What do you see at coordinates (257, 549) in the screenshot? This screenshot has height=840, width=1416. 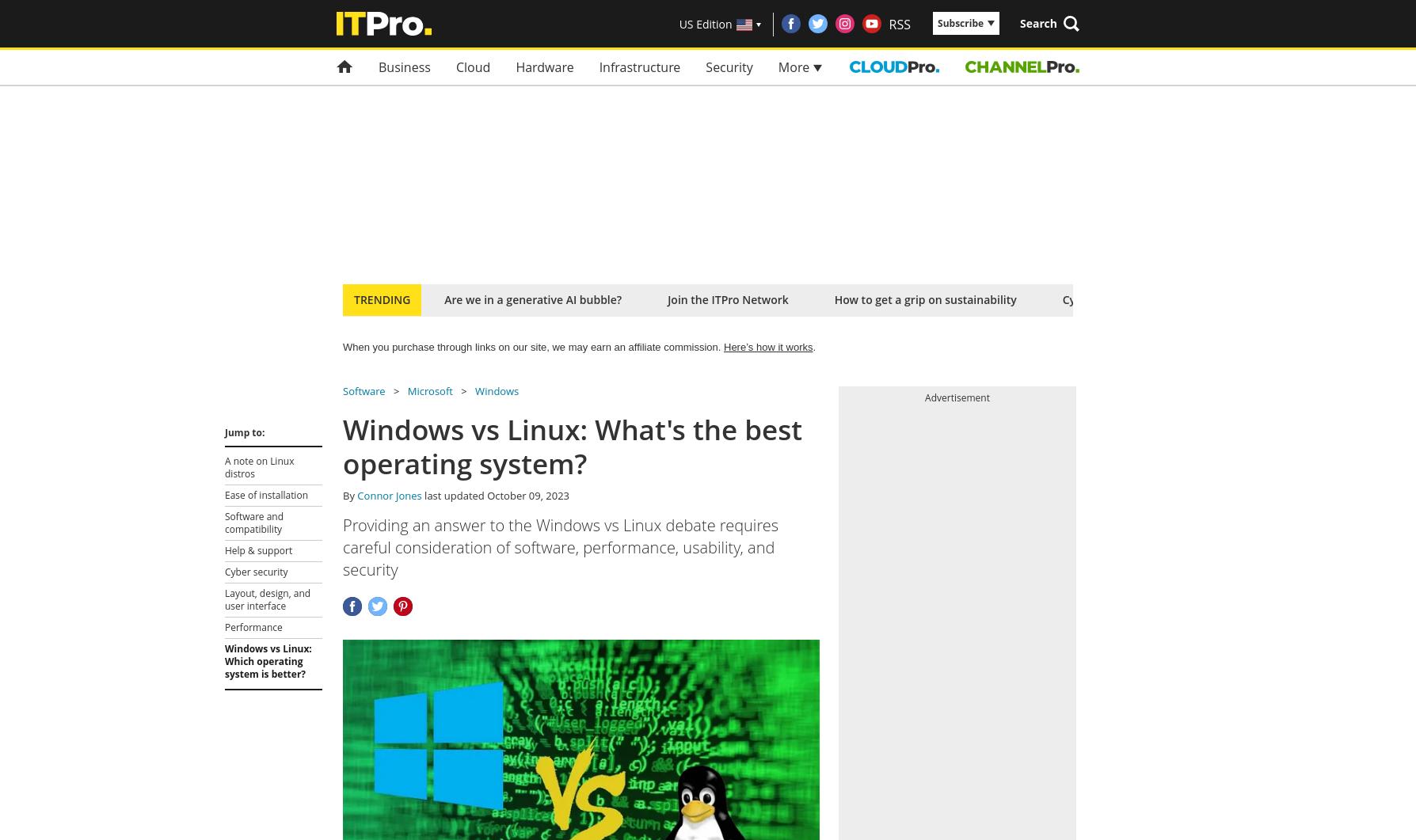 I see `'Help & support'` at bounding box center [257, 549].